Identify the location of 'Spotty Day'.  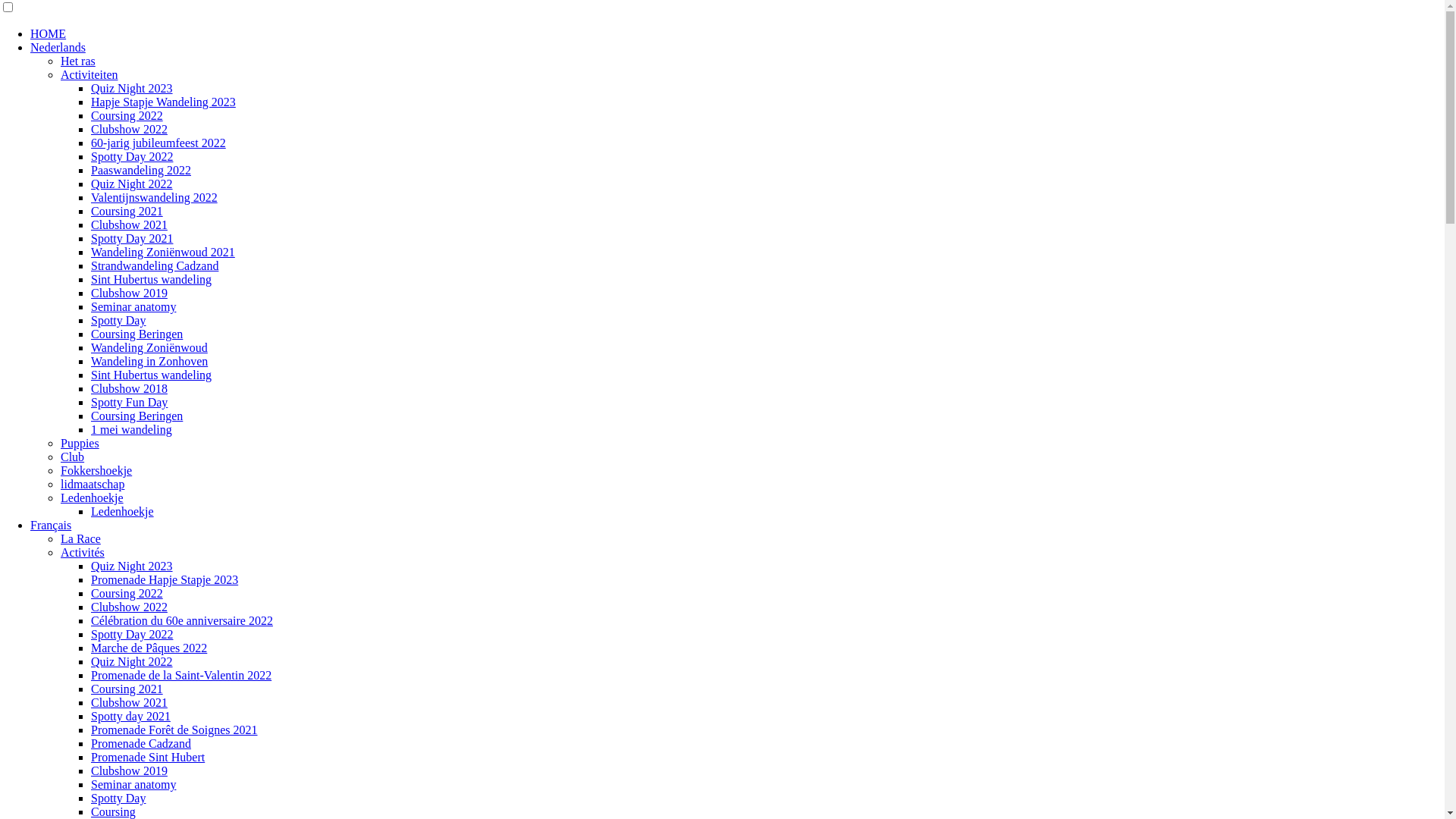
(118, 319).